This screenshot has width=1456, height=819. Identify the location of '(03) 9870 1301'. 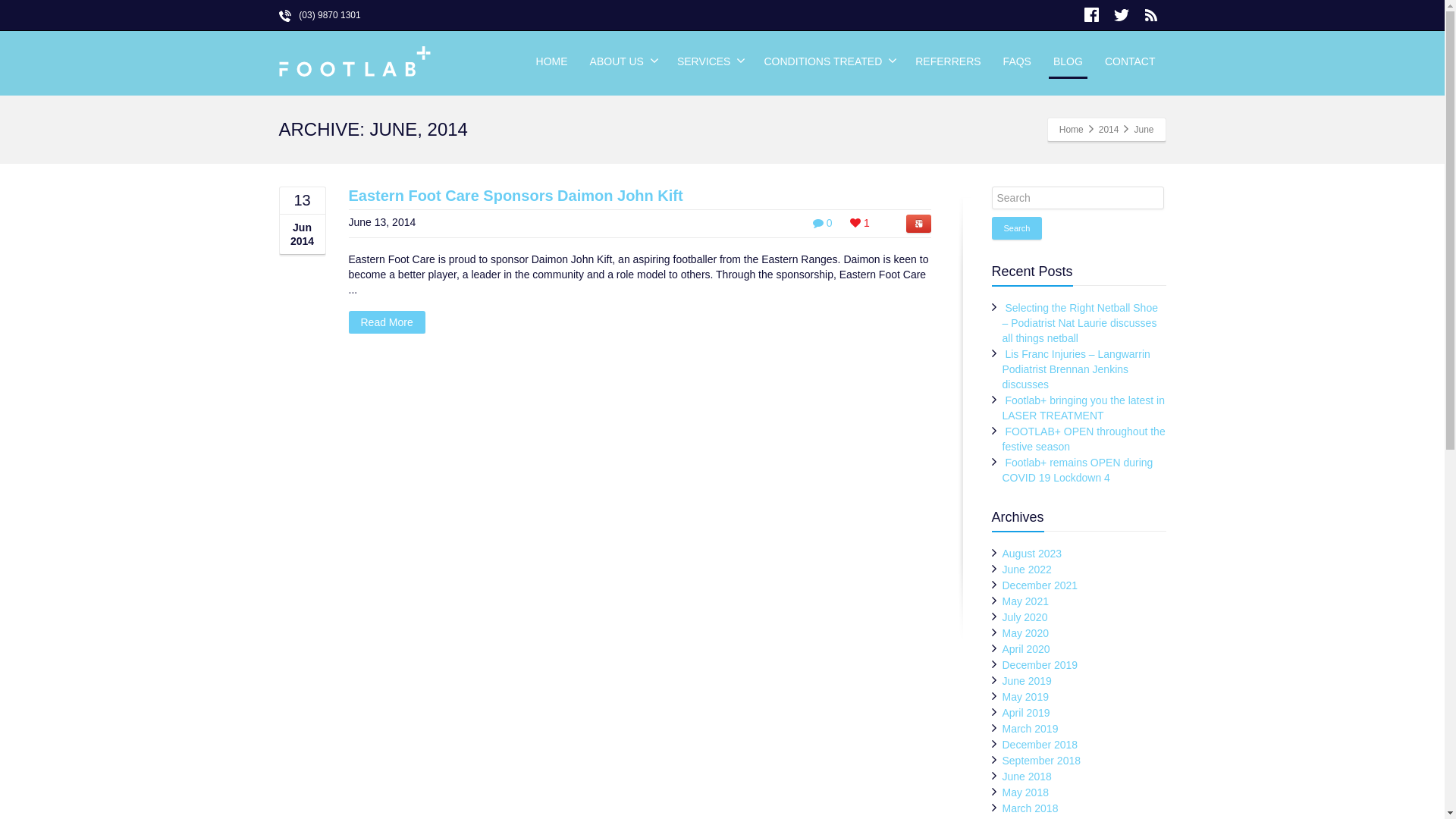
(319, 14).